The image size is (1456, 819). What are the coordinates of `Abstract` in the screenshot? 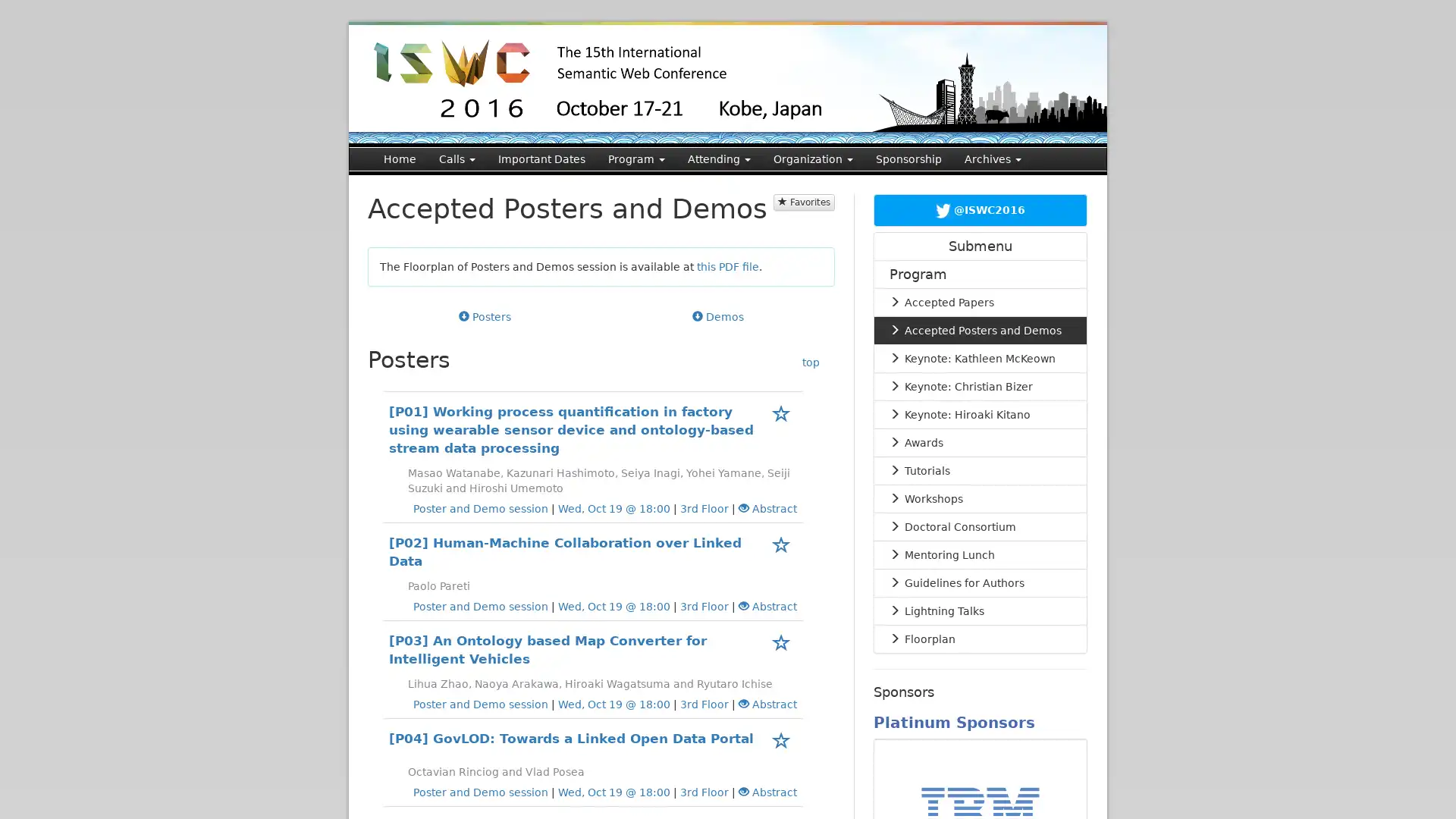 It's located at (767, 508).